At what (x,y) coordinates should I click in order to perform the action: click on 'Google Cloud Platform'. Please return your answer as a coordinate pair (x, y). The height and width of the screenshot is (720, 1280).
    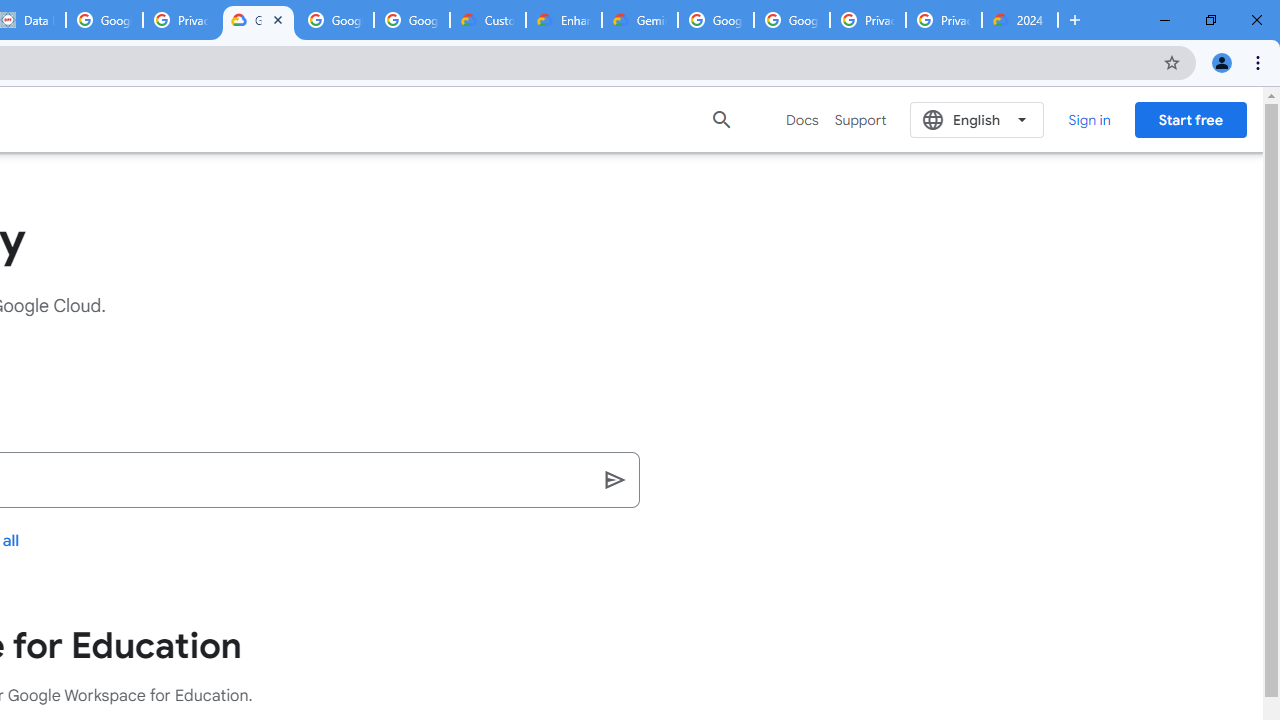
    Looking at the image, I should click on (790, 20).